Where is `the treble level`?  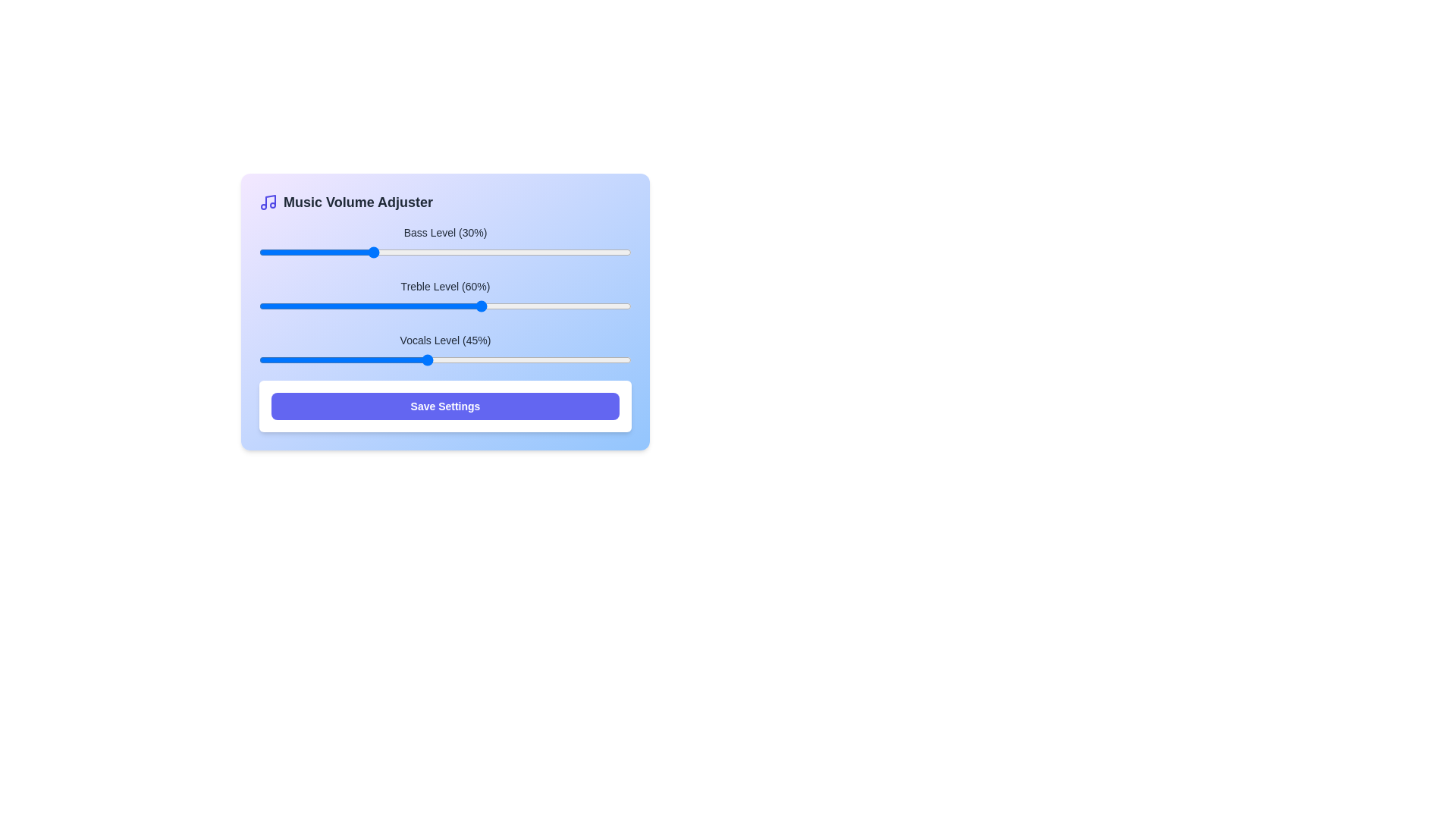
the treble level is located at coordinates (278, 306).